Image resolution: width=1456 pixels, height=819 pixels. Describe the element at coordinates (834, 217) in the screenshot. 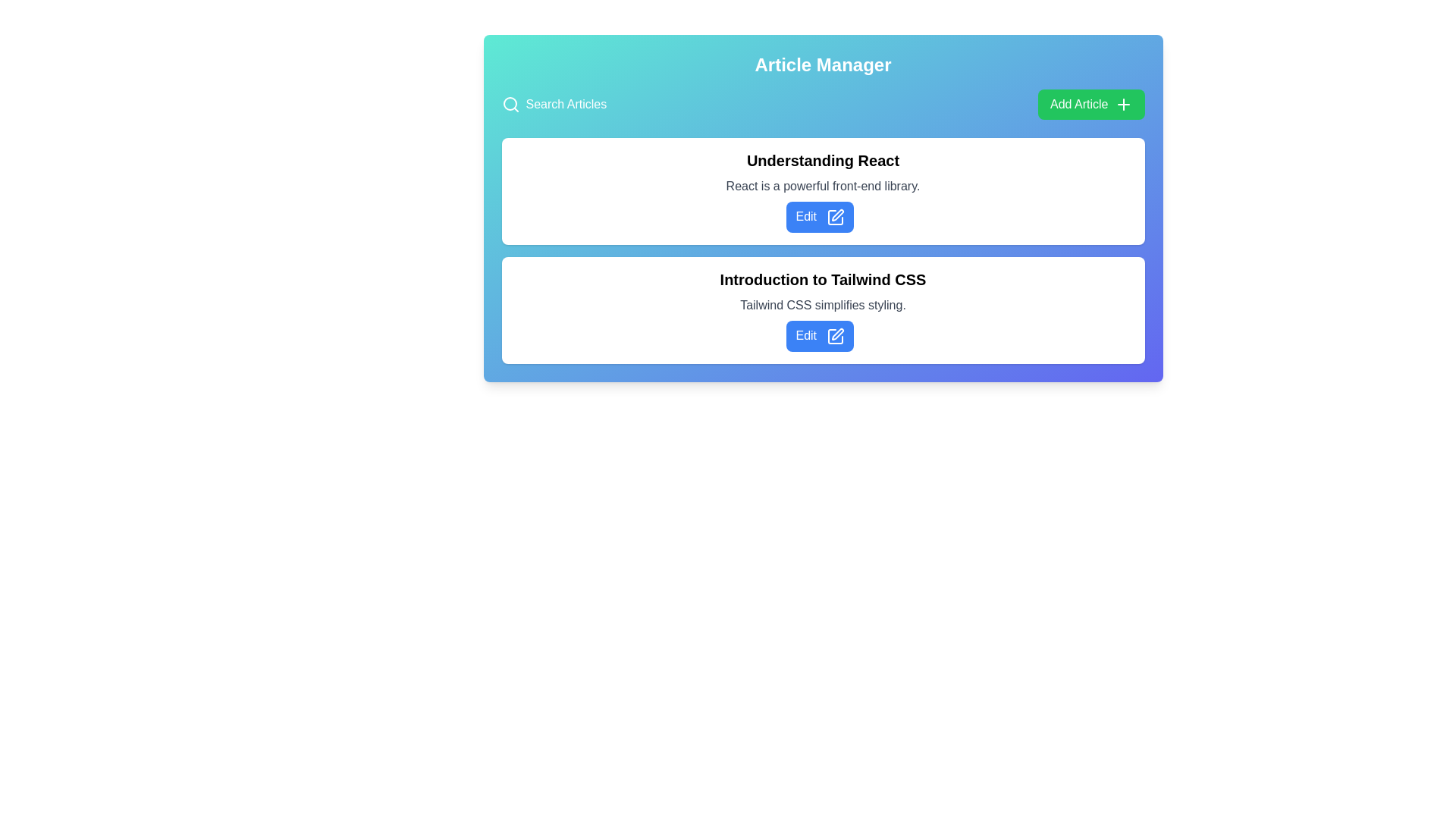

I see `the pen icon located to the immediate right of the blue 'Edit' button in the second article summary card below the 'Understanding React' card` at that location.